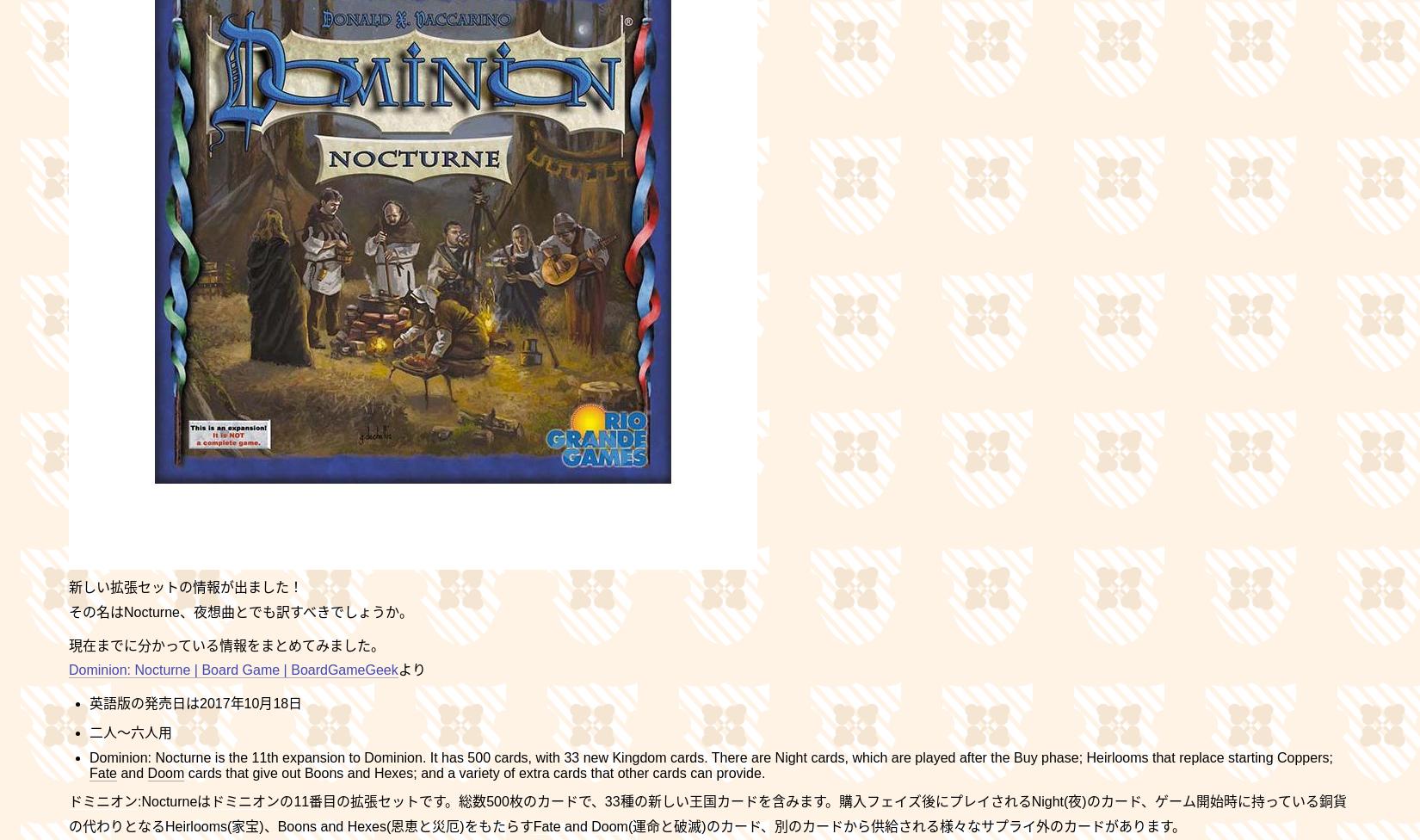 This screenshot has height=840, width=1420. Describe the element at coordinates (174, 800) in the screenshot. I see `':Nocturneは'` at that location.